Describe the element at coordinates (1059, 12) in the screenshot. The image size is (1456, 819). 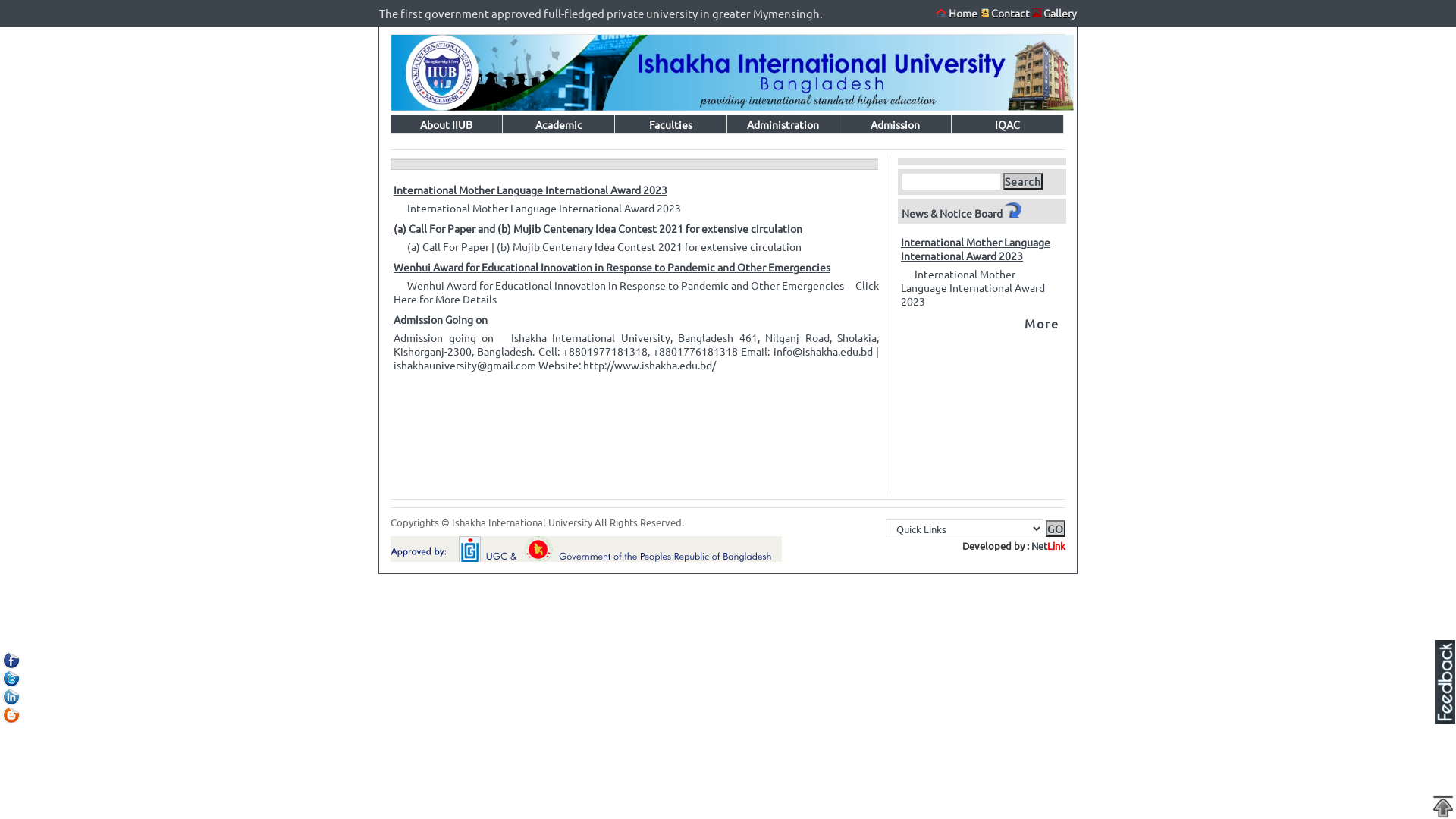
I see `'Gallery'` at that location.